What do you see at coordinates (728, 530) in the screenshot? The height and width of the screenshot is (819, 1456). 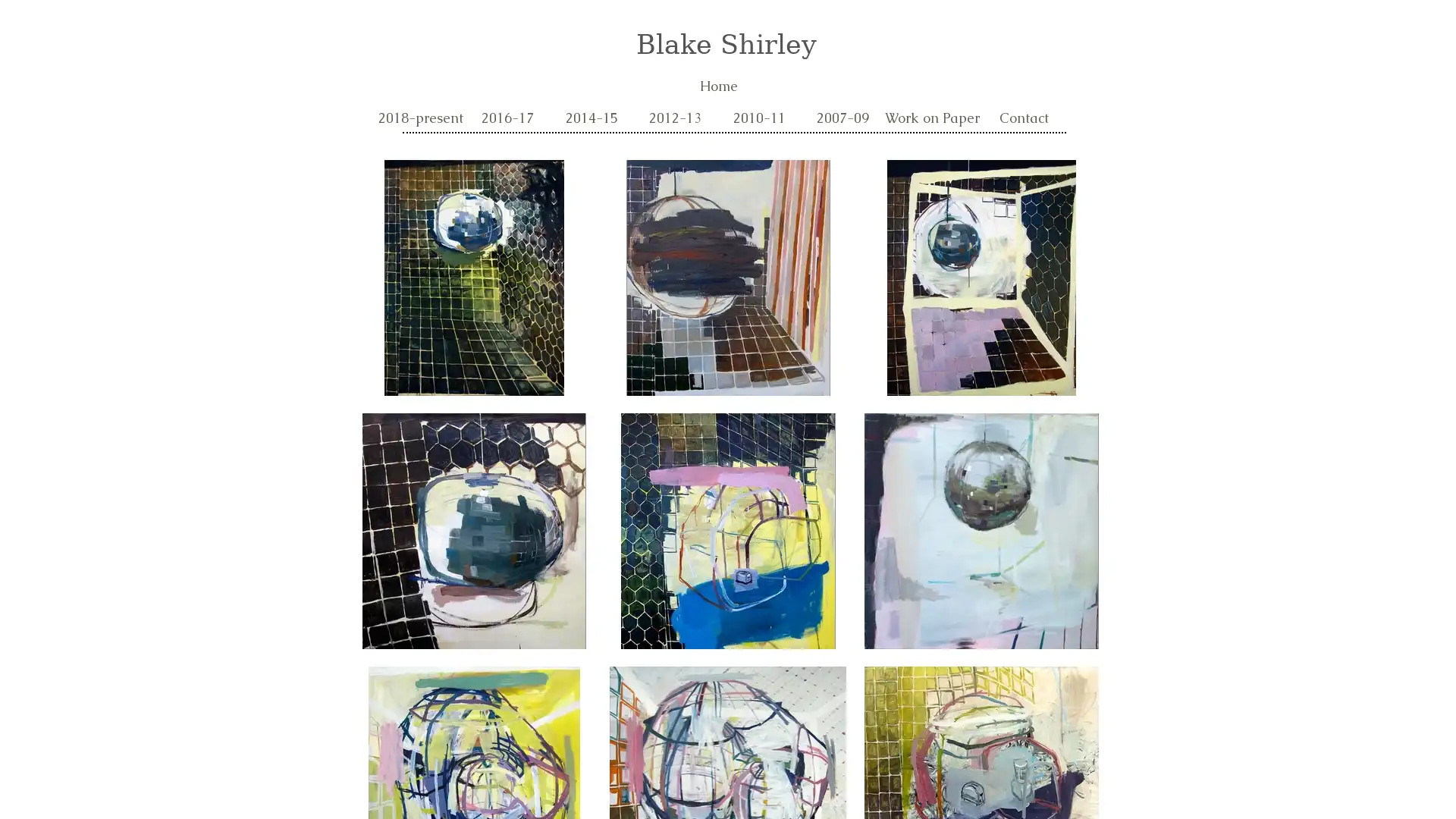 I see `5.jpg` at bounding box center [728, 530].